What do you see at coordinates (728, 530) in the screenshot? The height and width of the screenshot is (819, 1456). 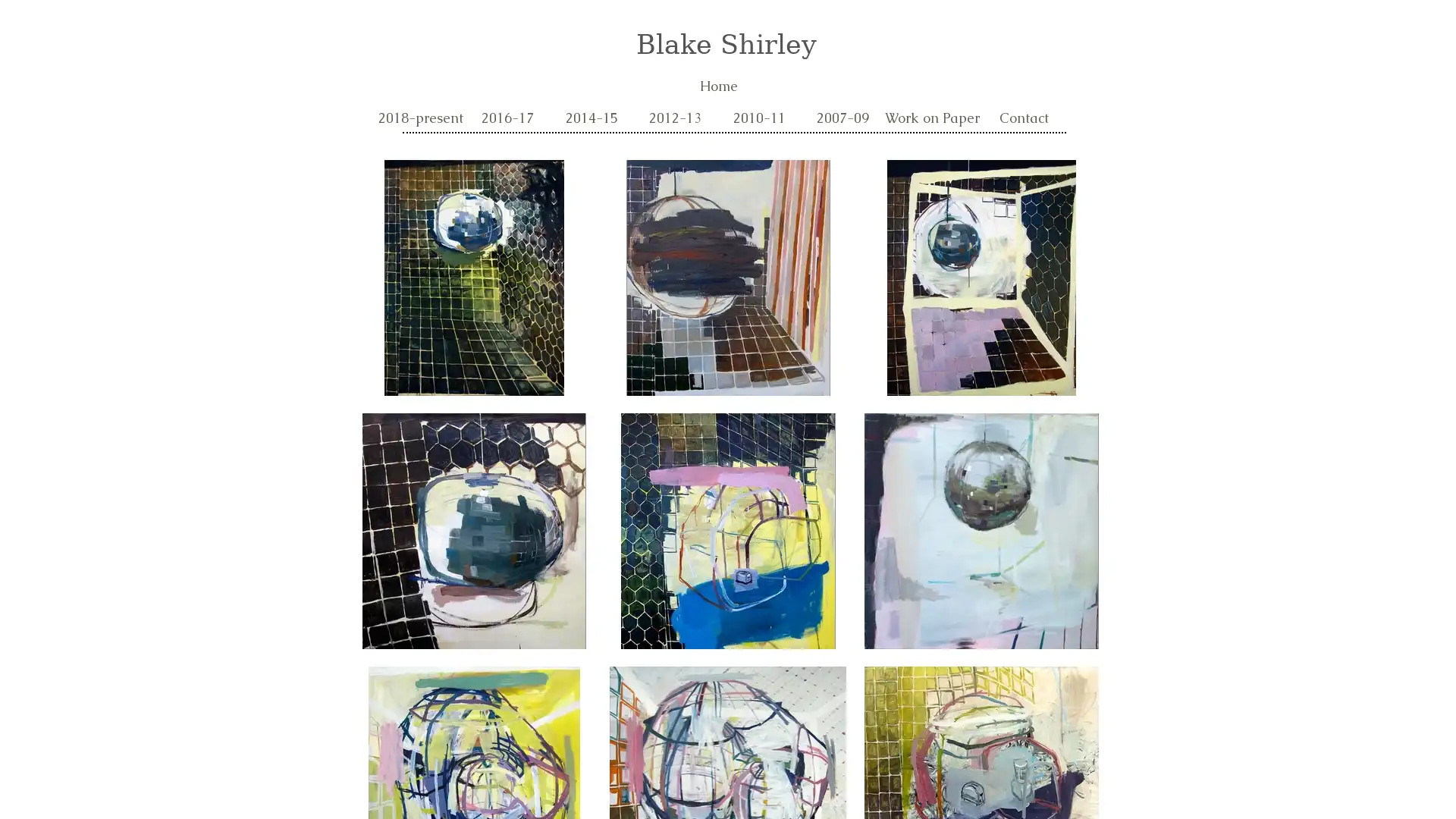 I see `5.jpg` at bounding box center [728, 530].